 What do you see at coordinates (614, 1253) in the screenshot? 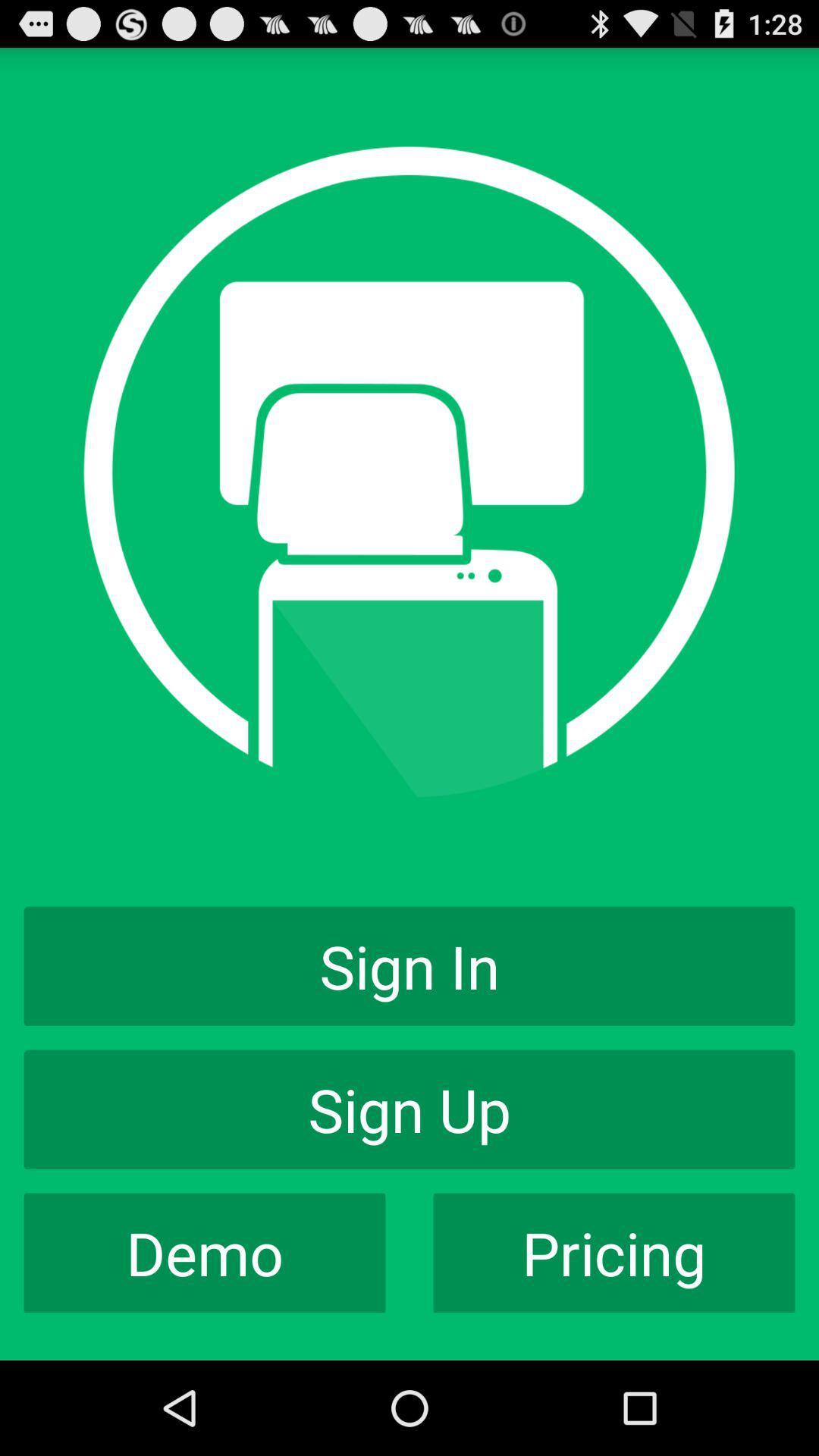
I see `the icon at the bottom right corner` at bounding box center [614, 1253].